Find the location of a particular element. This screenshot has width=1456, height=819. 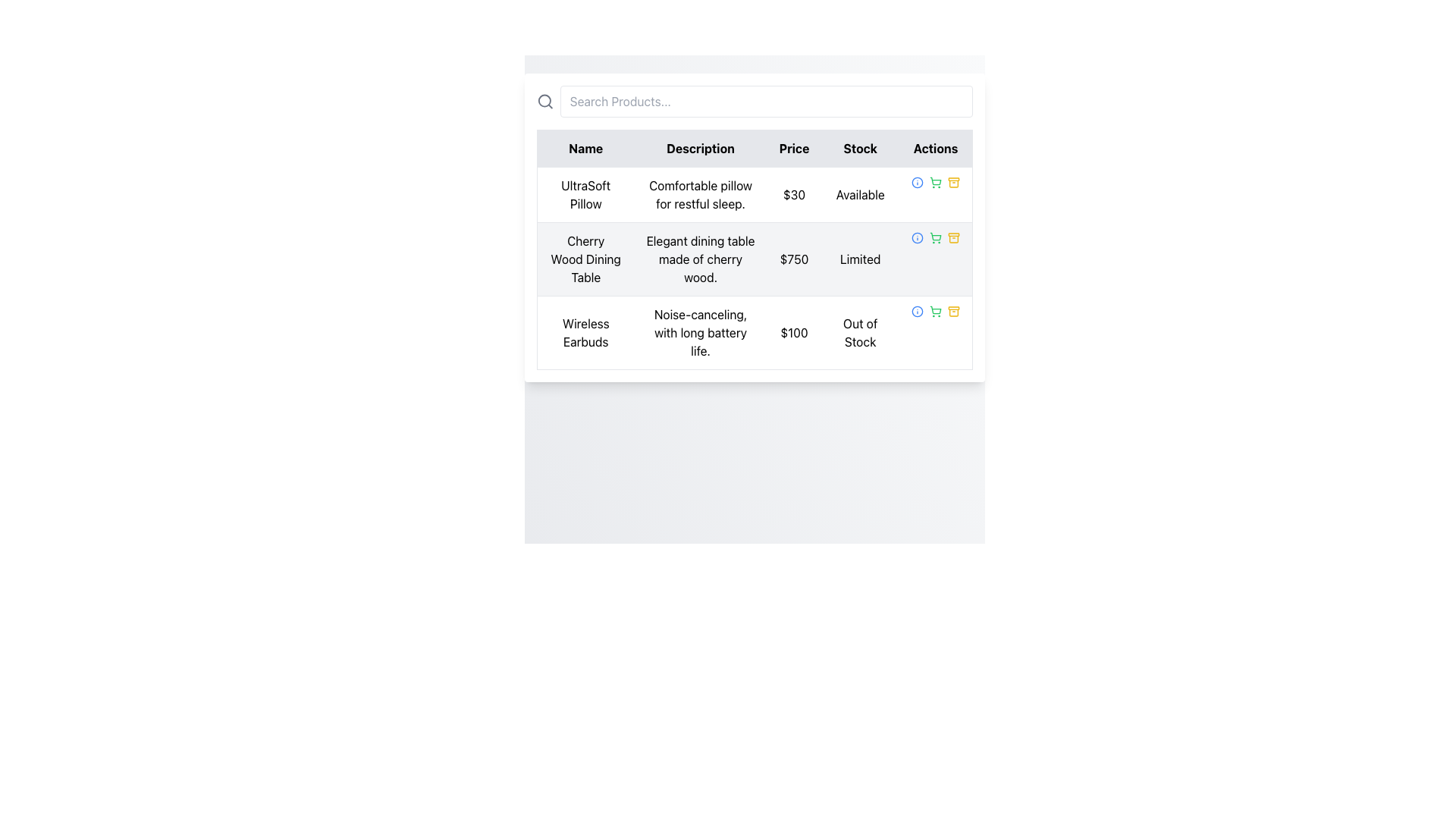

the green shopping cart icon button located in the 'Actions' column of the table row for 'Cherry Wood Dining Table' is located at coordinates (934, 237).